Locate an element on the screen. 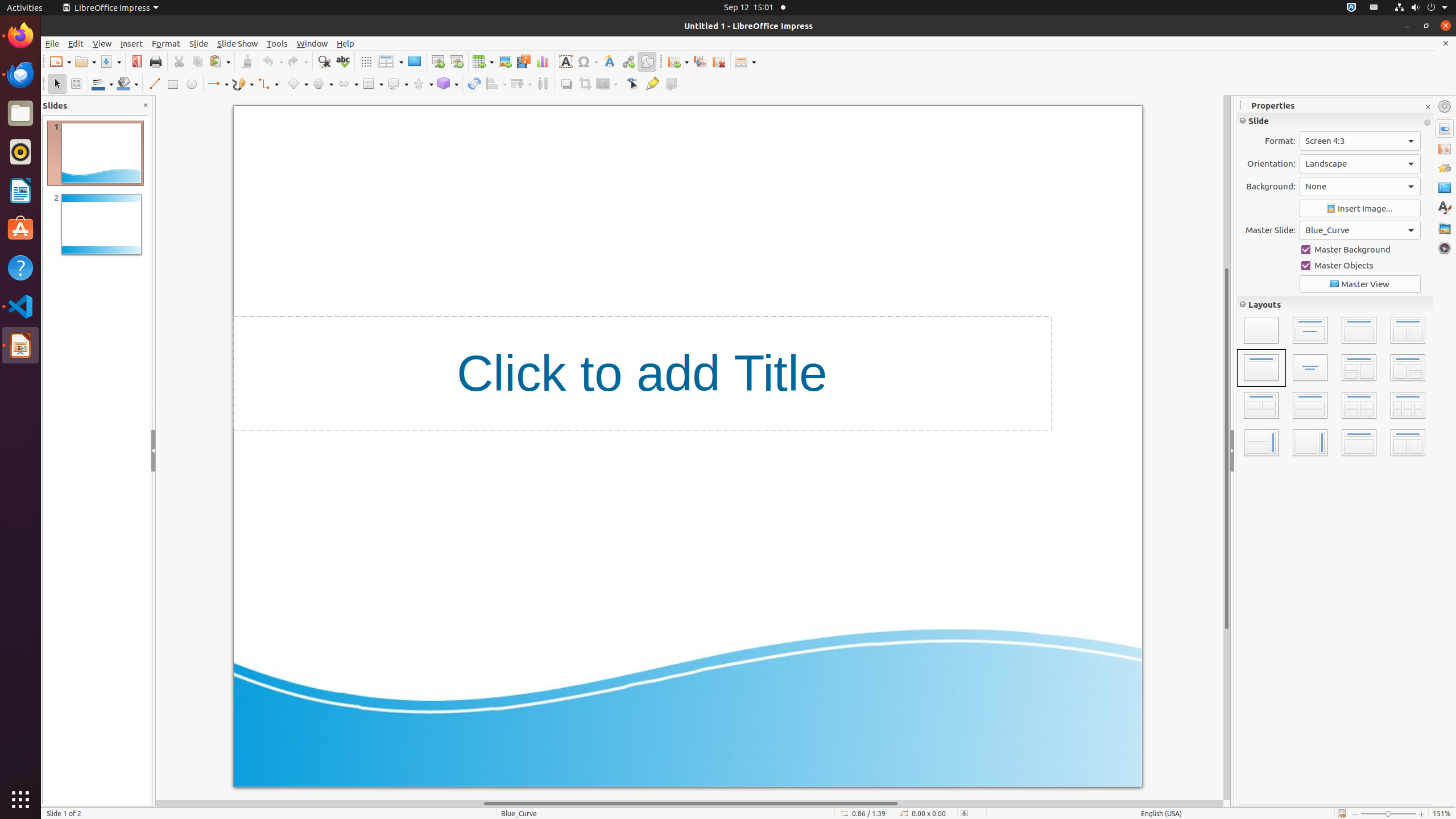 The height and width of the screenshot is (819, 1456). 'Star Shapes' is located at coordinates (421, 83).